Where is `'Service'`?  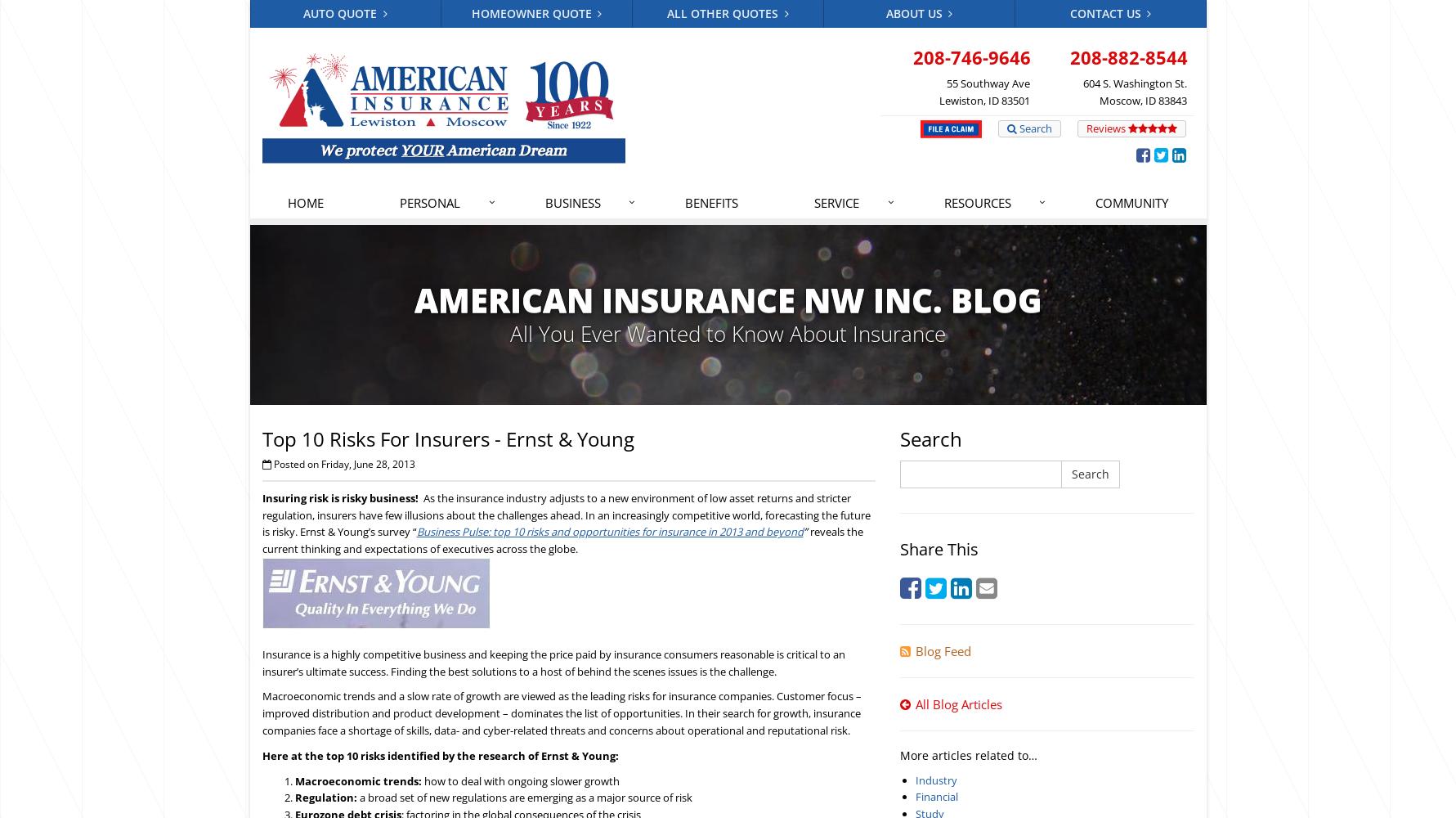 'Service' is located at coordinates (836, 201).